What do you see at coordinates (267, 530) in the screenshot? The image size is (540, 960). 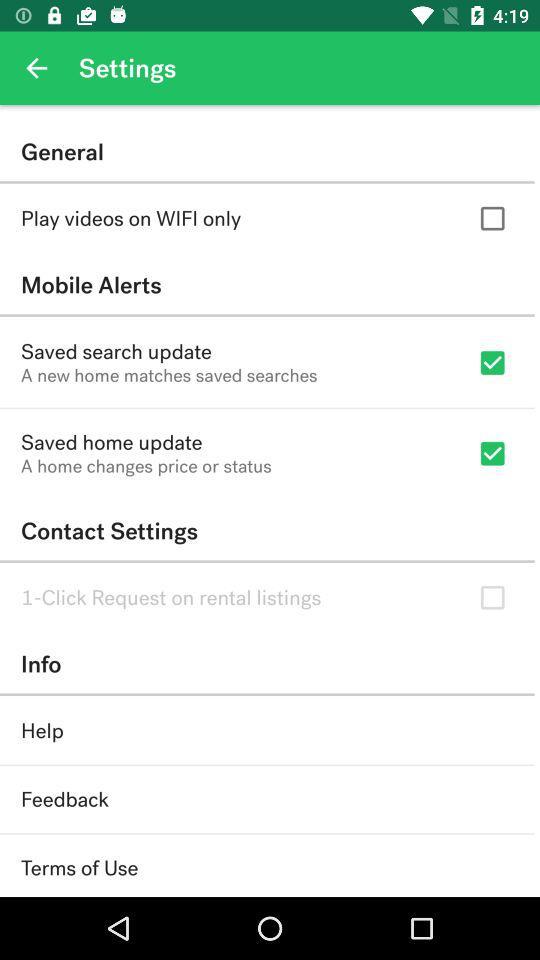 I see `contact settings` at bounding box center [267, 530].